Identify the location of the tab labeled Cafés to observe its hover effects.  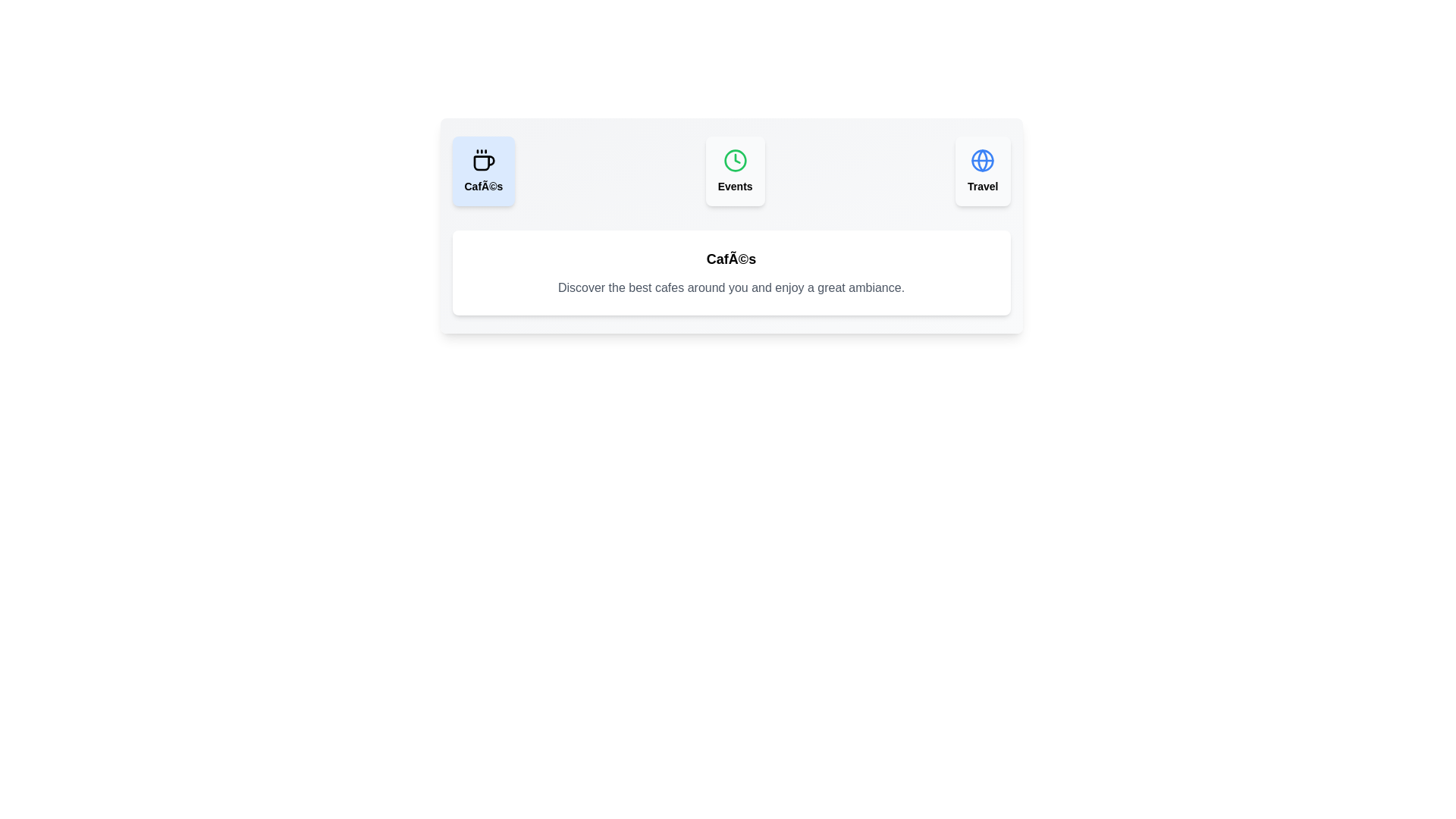
(482, 171).